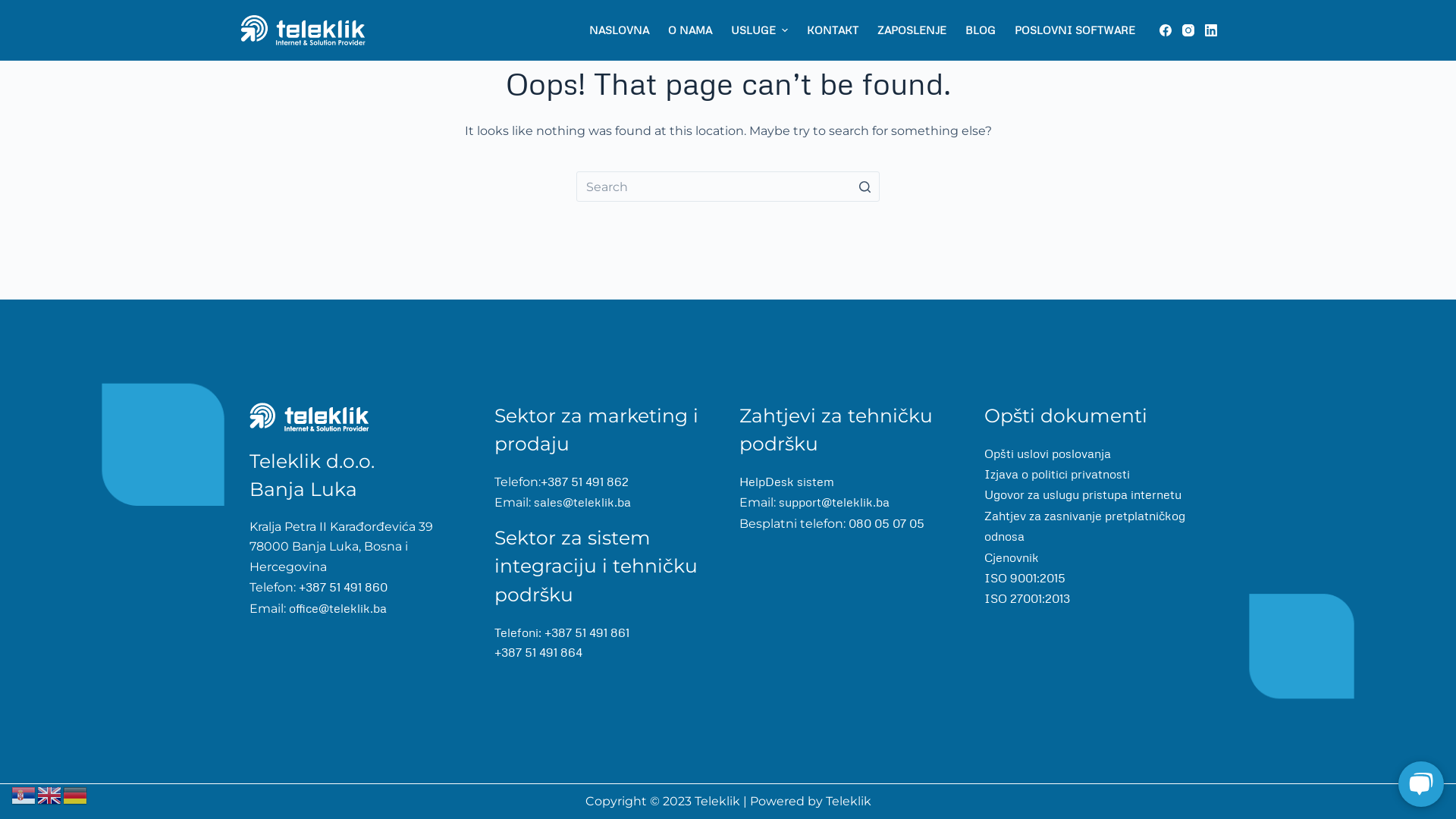  Describe the element at coordinates (984, 494) in the screenshot. I see `'Ugovor za uslugu pristupa internetu'` at that location.